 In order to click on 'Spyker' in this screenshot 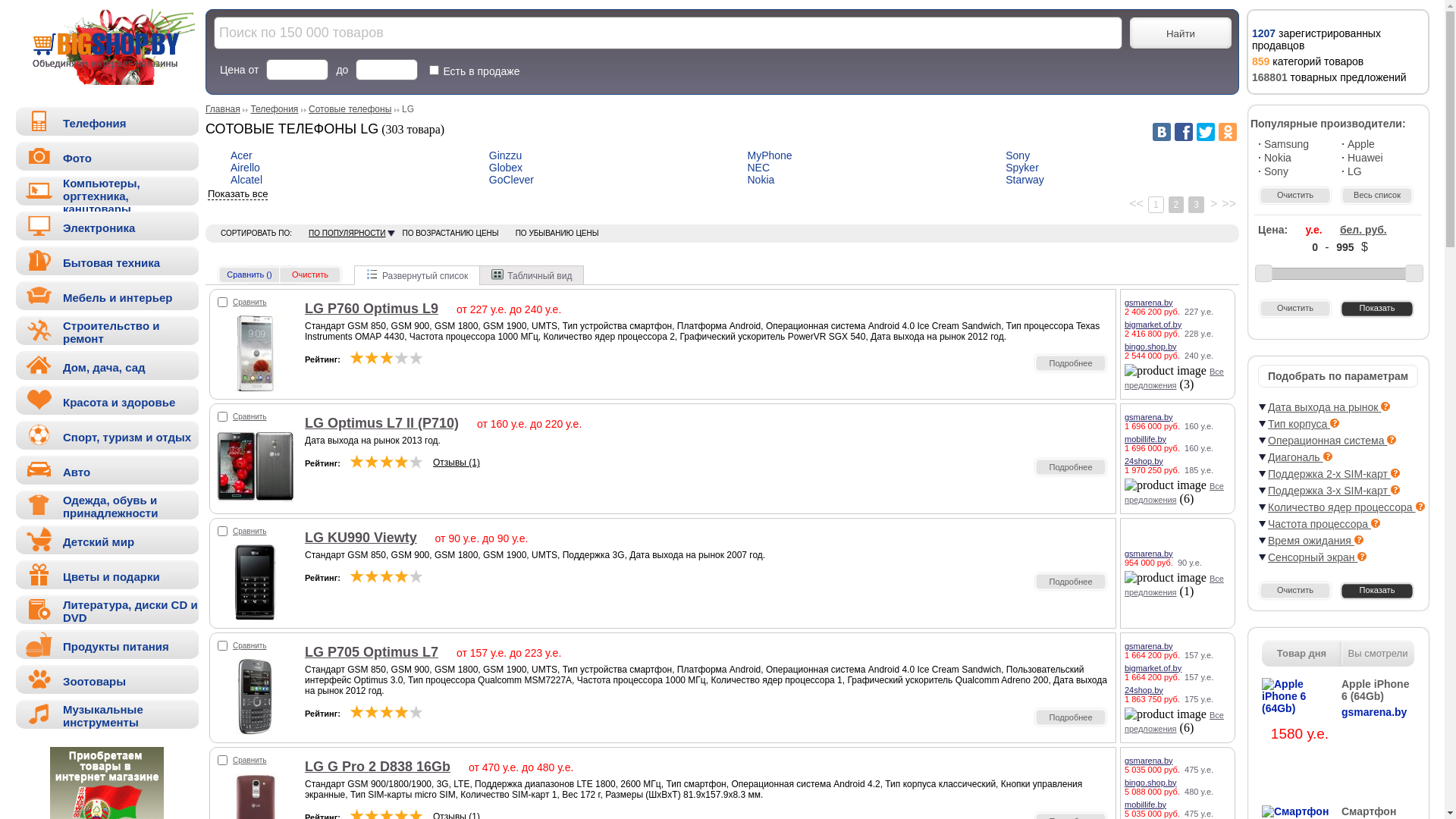, I will do `click(1022, 167)`.